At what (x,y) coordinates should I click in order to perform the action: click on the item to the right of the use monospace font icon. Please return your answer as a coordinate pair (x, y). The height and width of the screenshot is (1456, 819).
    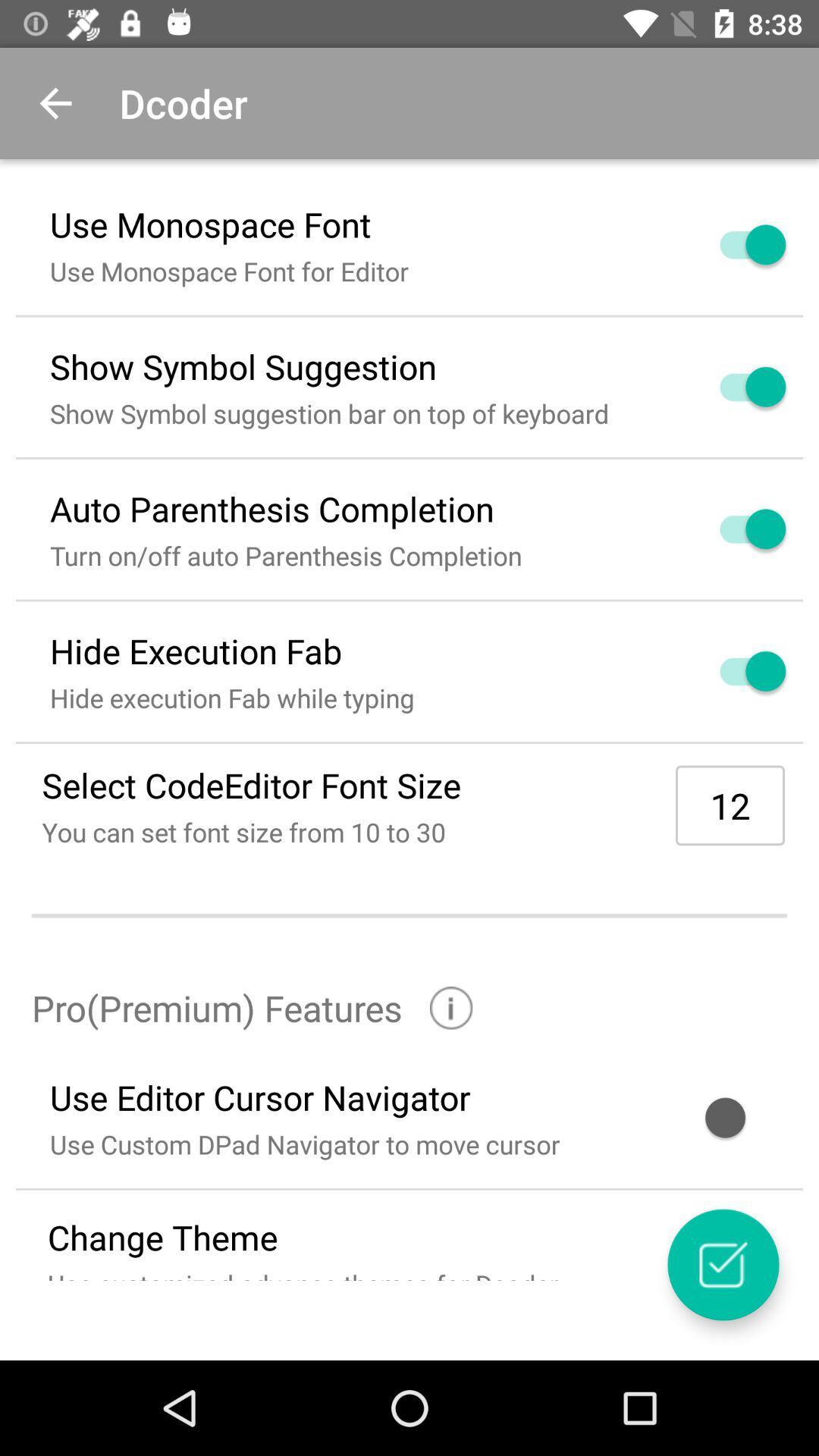
    Looking at the image, I should click on (734, 244).